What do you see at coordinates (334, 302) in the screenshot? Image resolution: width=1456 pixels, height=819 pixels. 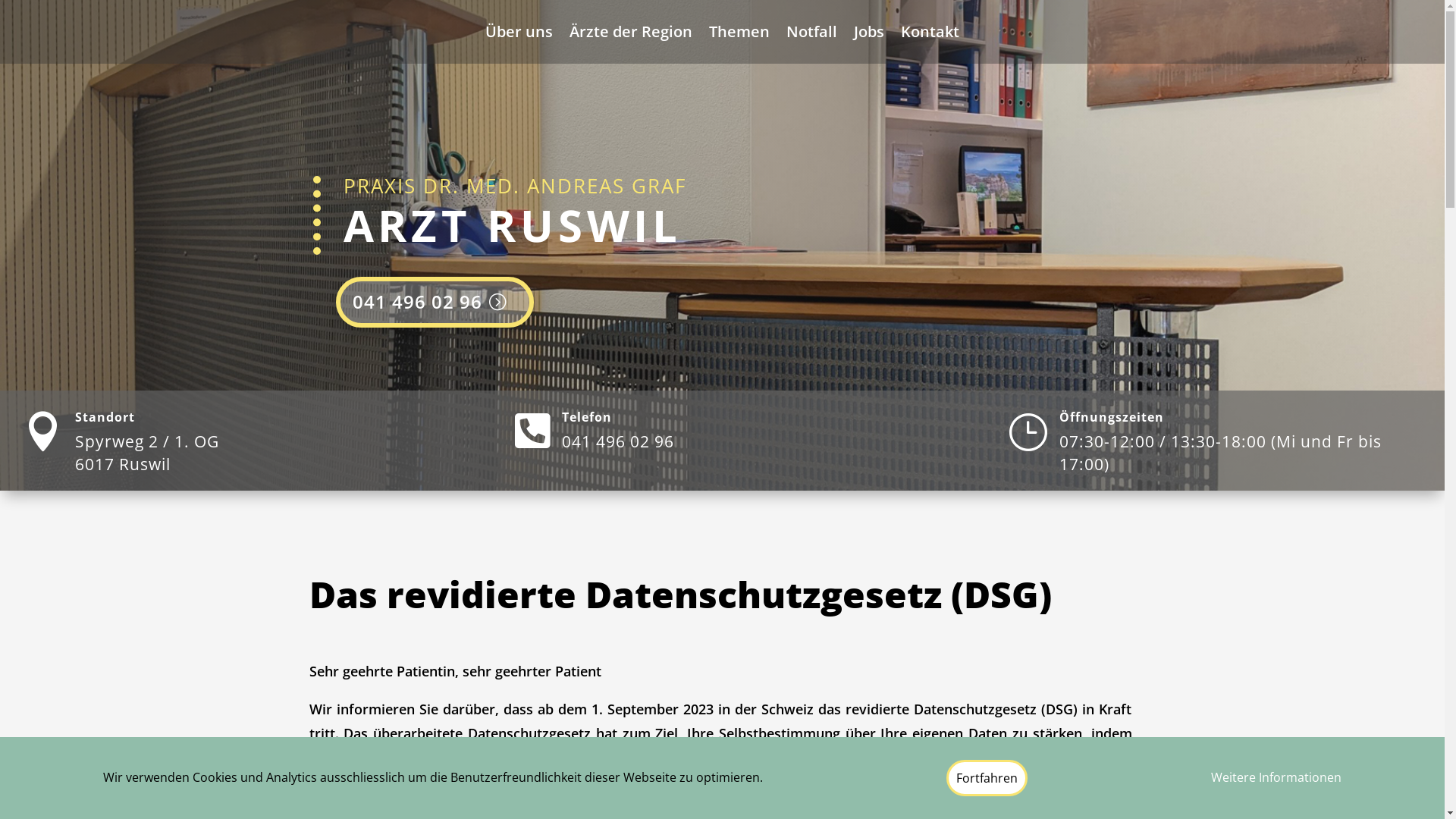 I see `'041 496 02 96'` at bounding box center [334, 302].